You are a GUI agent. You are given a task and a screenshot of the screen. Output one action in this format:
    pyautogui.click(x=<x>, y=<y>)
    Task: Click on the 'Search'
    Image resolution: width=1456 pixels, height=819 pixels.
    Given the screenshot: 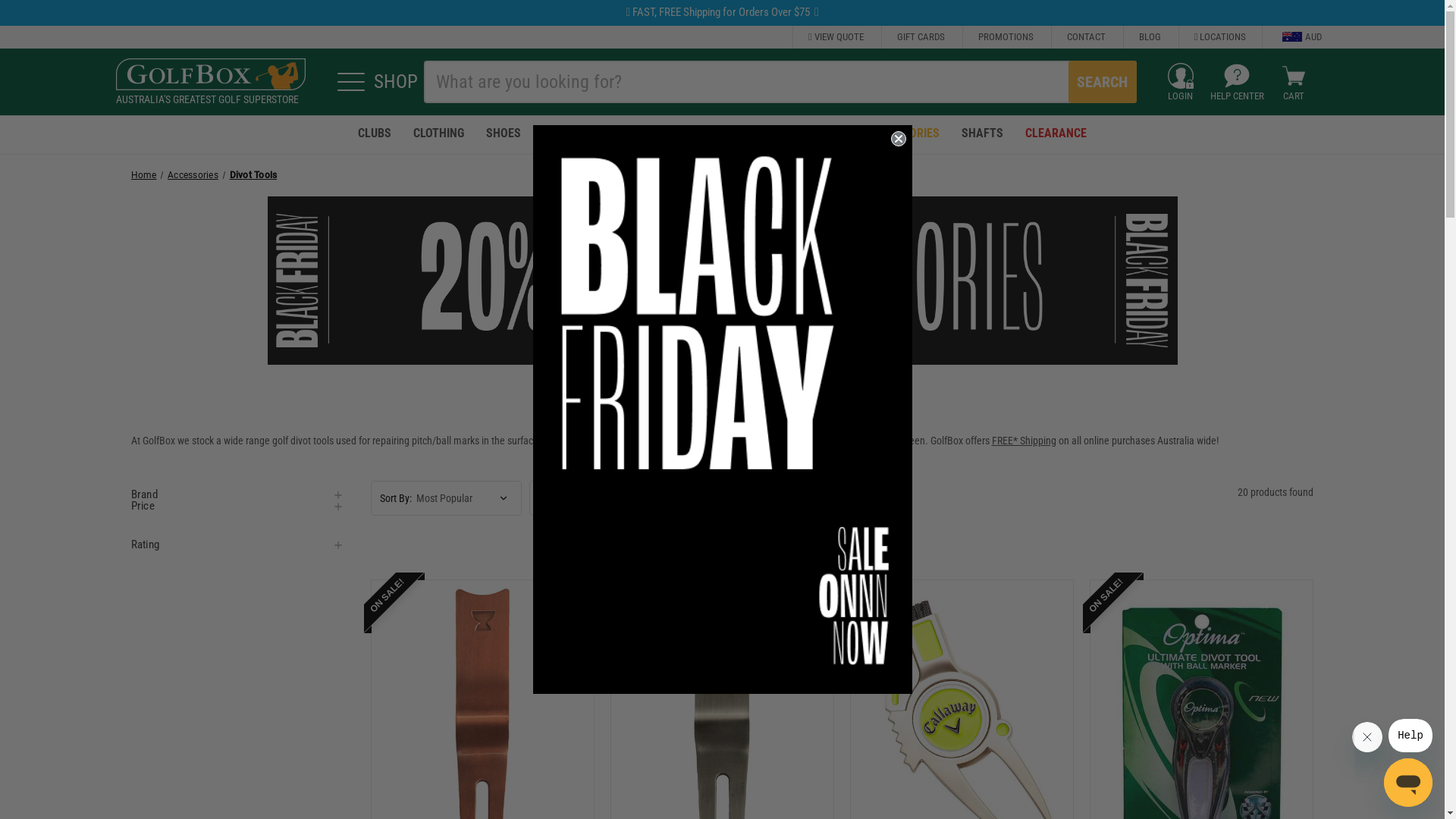 What is the action you would take?
    pyautogui.click(x=1068, y=82)
    